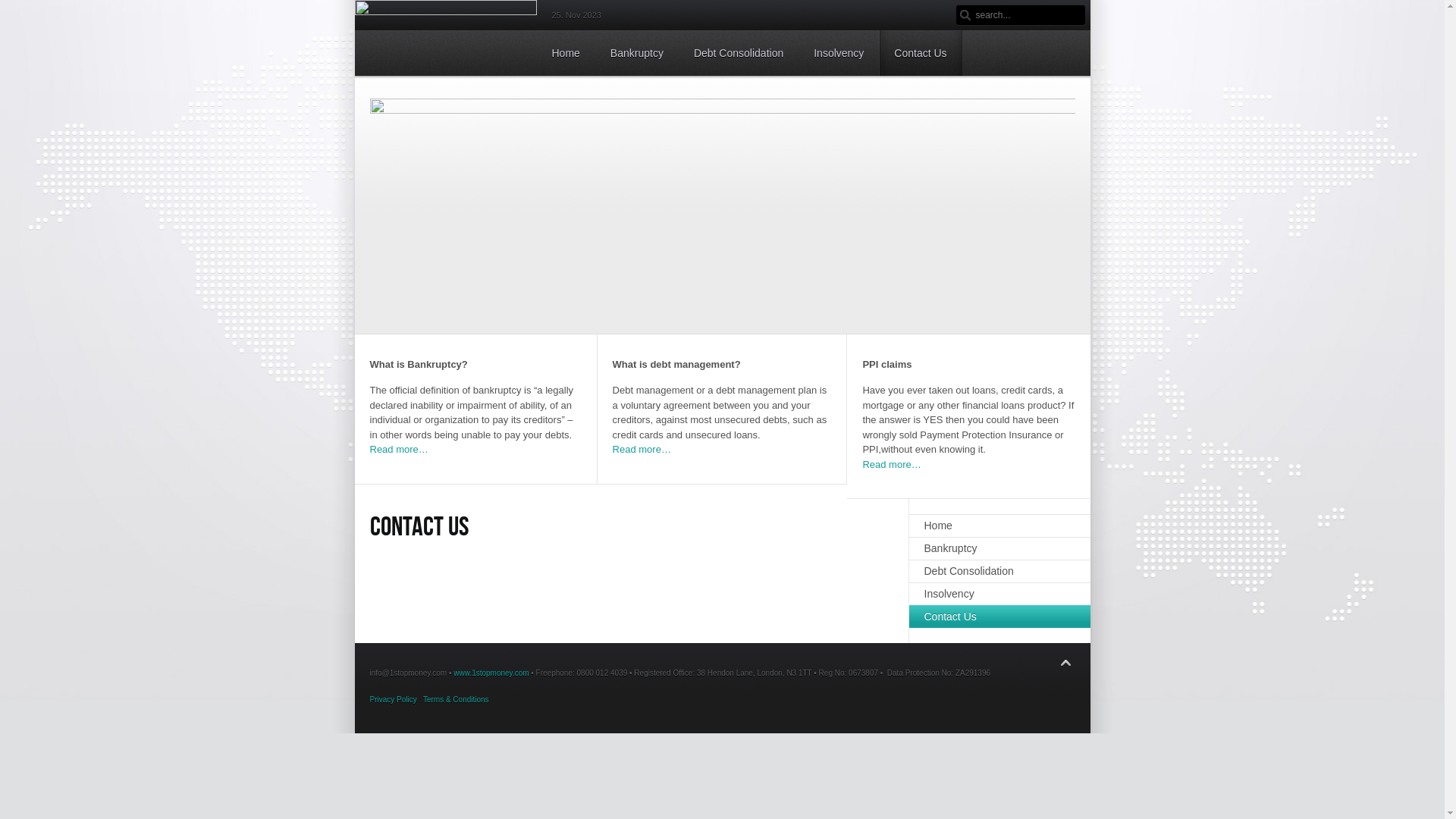  Describe the element at coordinates (999, 617) in the screenshot. I see `'Contact Us'` at that location.